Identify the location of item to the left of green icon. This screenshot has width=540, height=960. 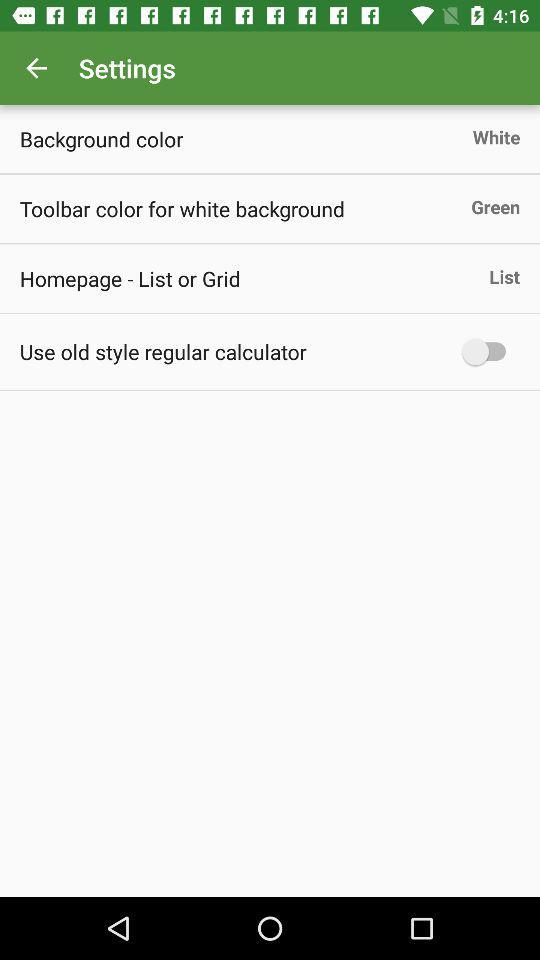
(182, 208).